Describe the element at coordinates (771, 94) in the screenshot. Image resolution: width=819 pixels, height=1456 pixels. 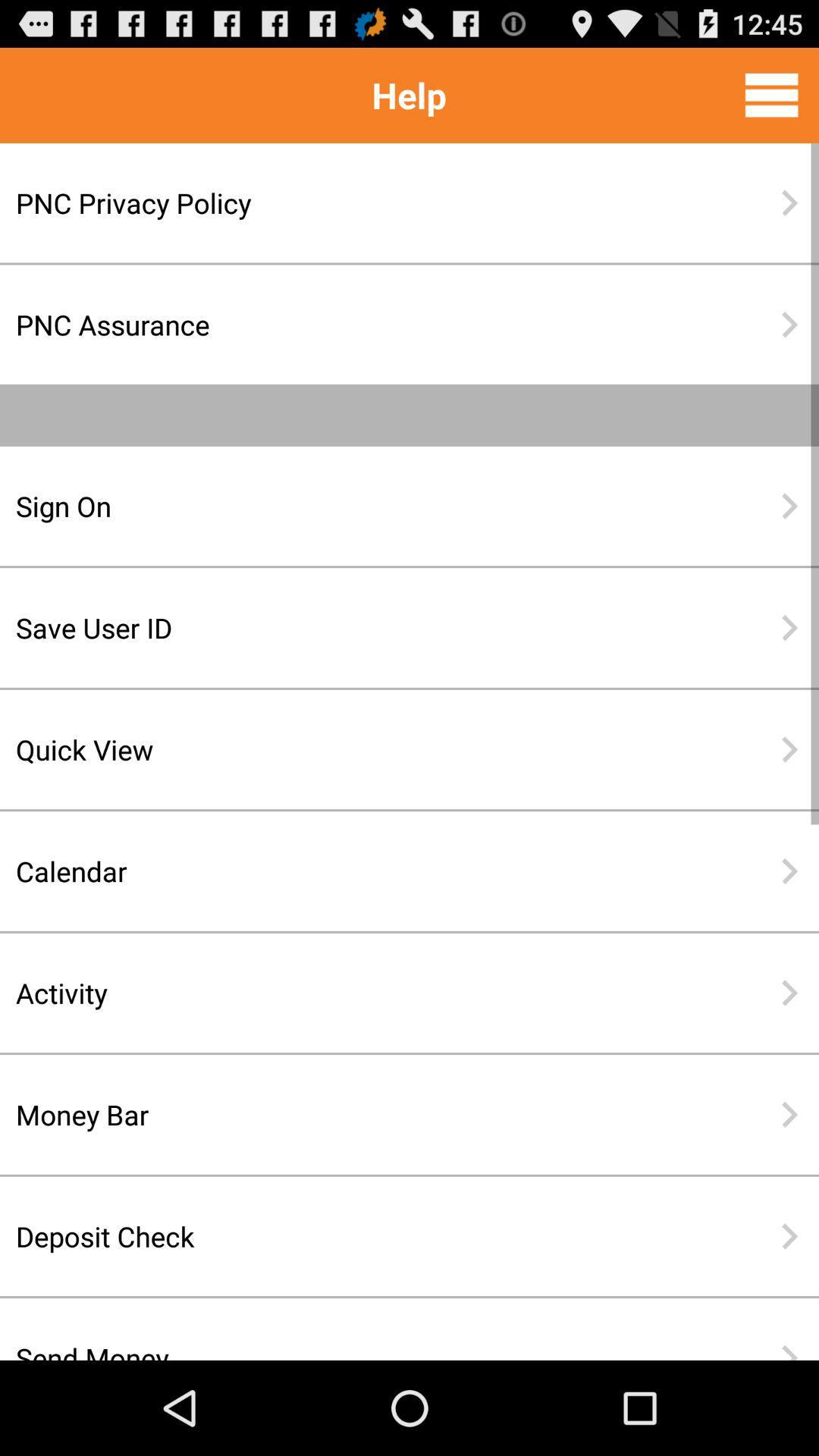
I see `the item to the right of help` at that location.